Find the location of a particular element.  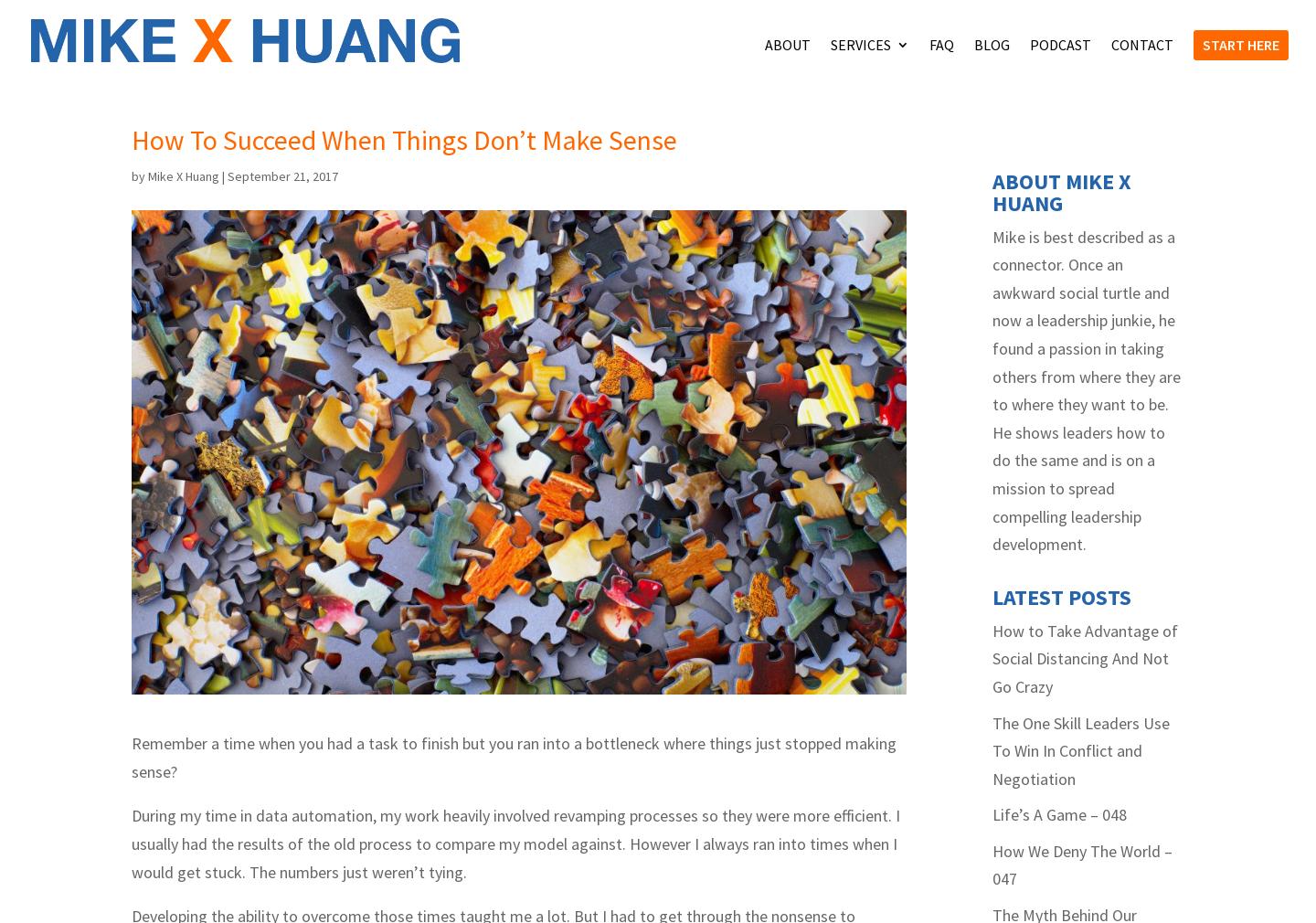

'About' is located at coordinates (765, 43).